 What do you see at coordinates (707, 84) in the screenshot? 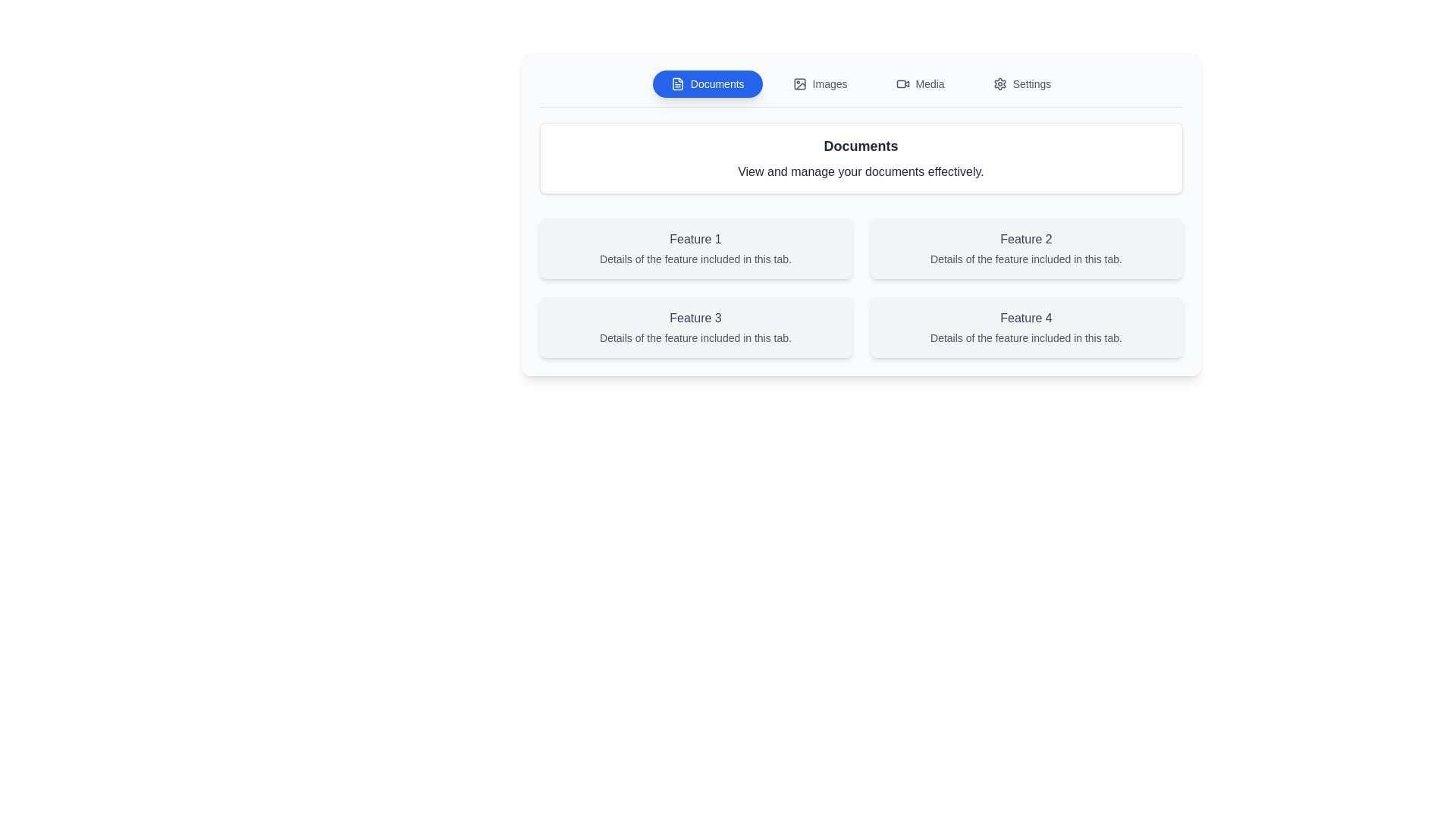
I see `the navigation button for 'Documents'` at bounding box center [707, 84].